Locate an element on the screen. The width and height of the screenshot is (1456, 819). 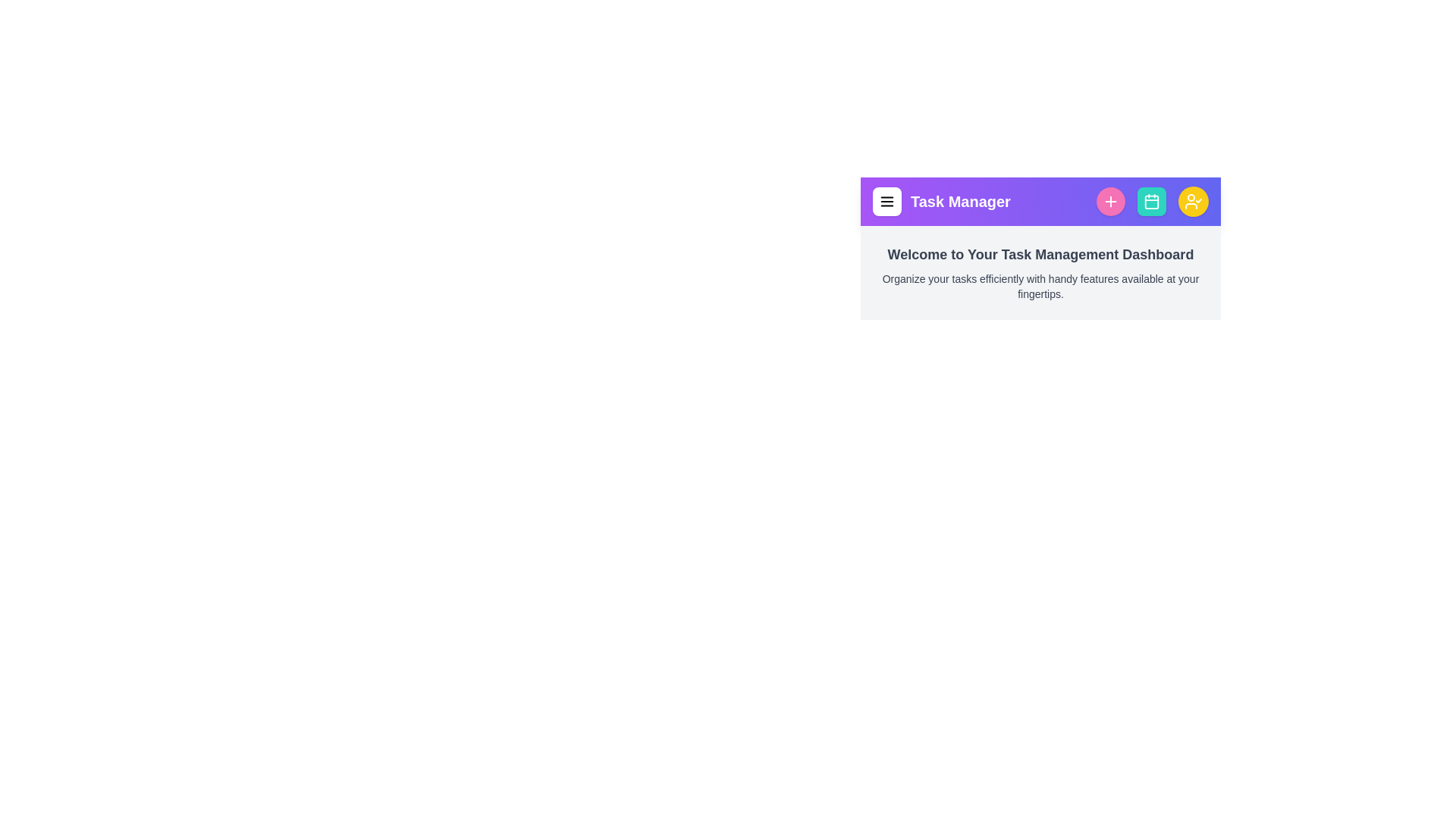
the calendar button to view the calendar is located at coordinates (1151, 201).